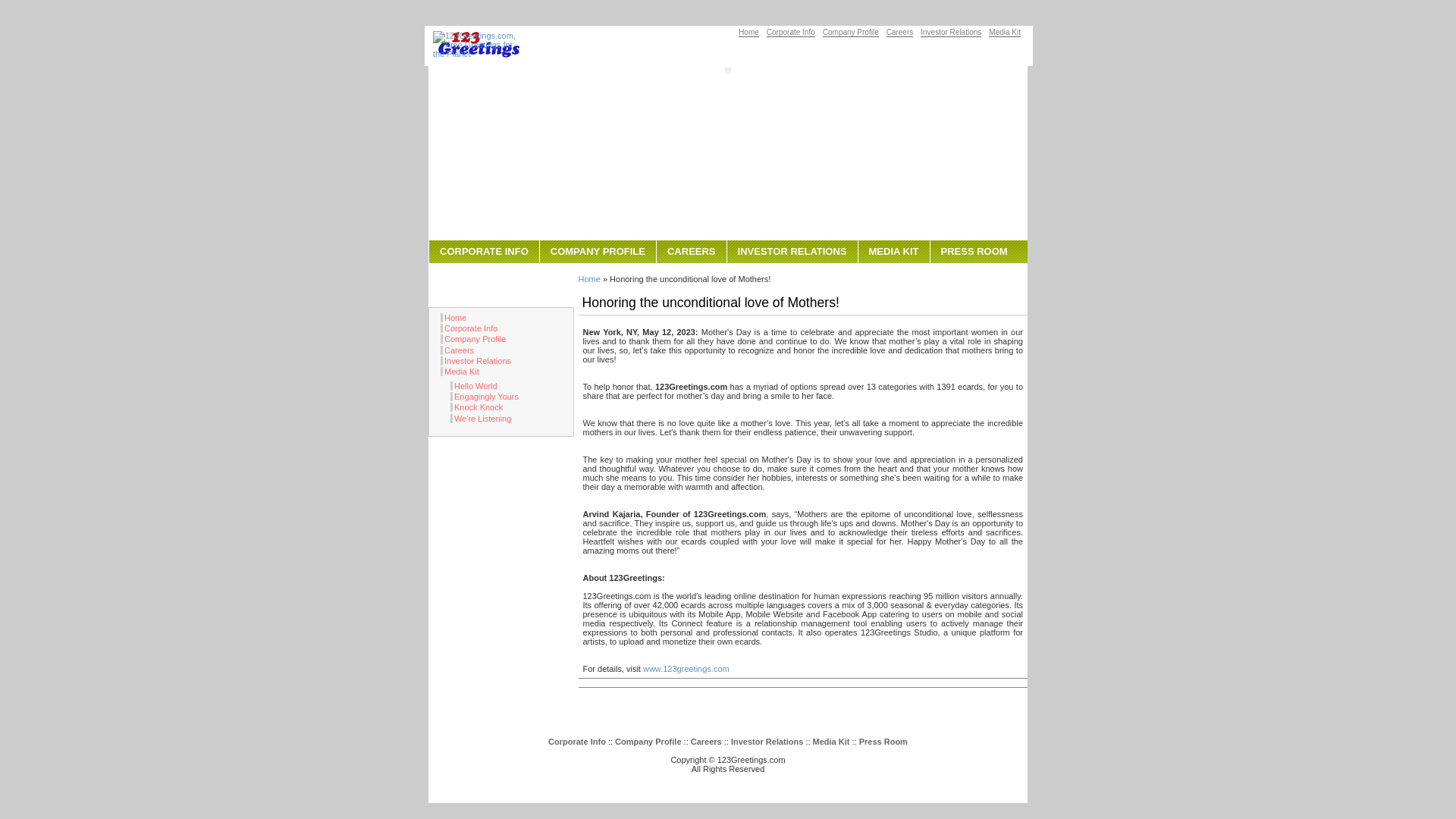  Describe the element at coordinates (538, 250) in the screenshot. I see `'COMPANY PROFILE'` at that location.